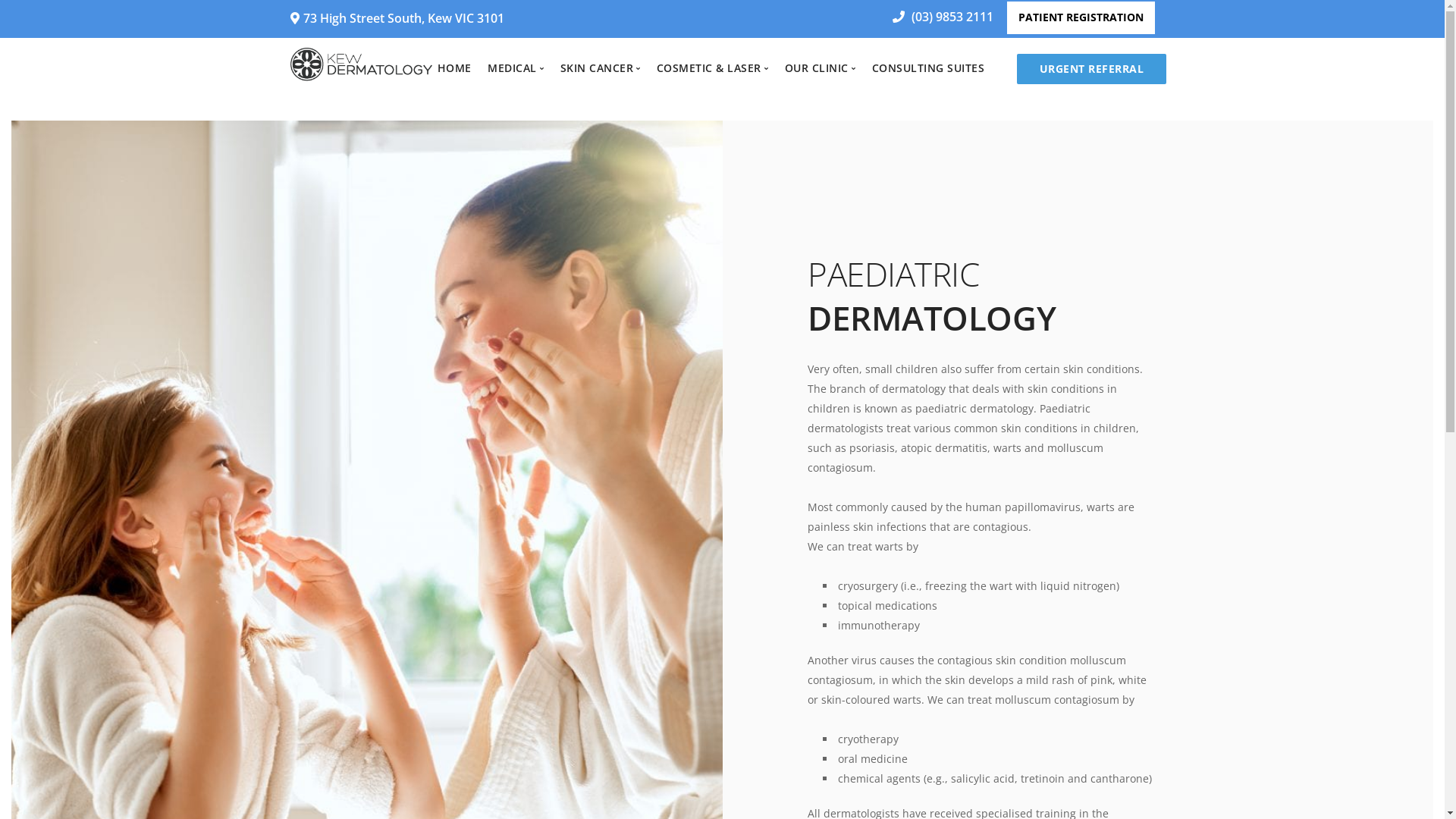 The height and width of the screenshot is (819, 1456). I want to click on 'CONSULTING SUITES', so click(872, 67).